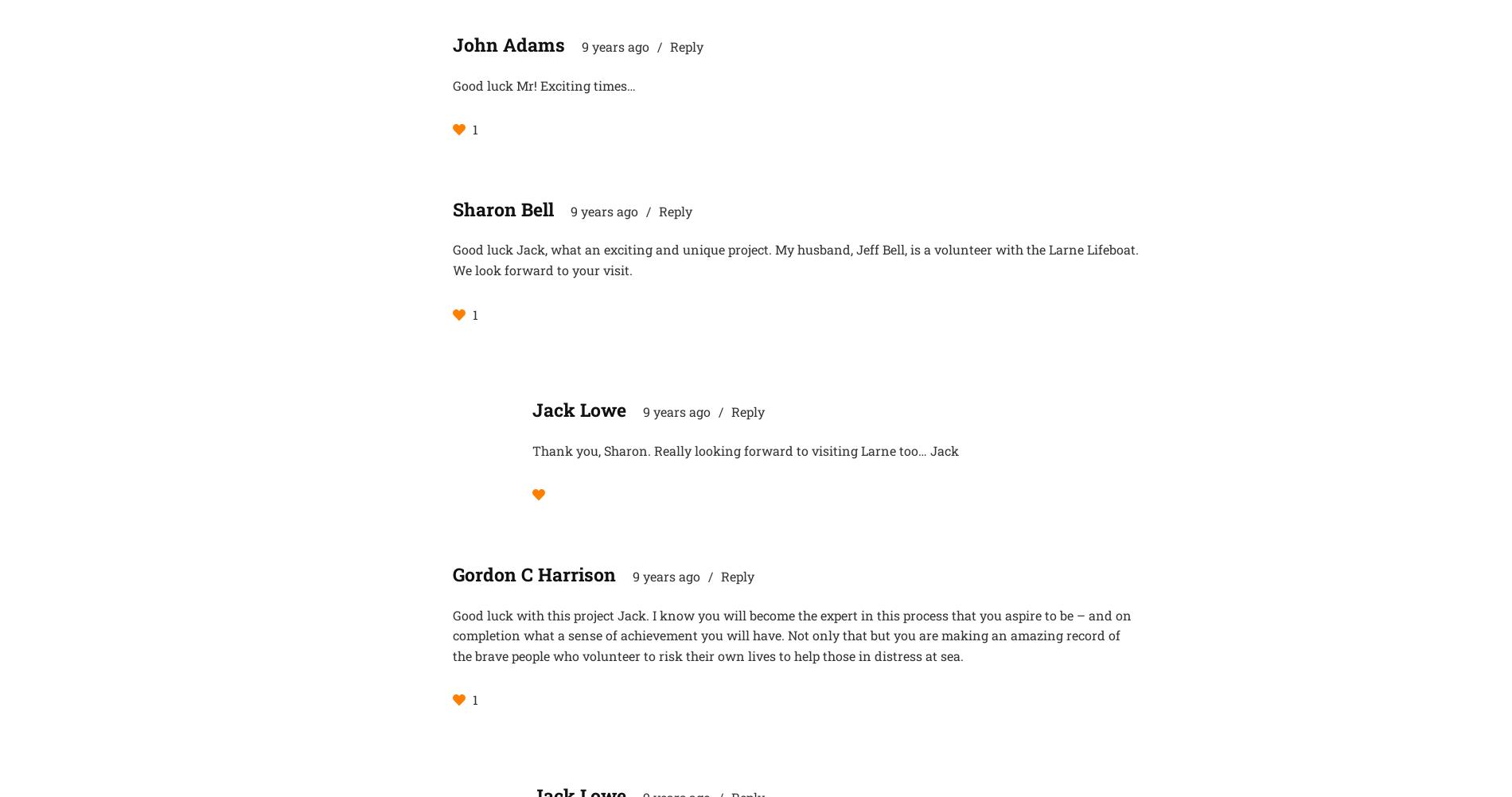  I want to click on 'Good luck Jack, what an exciting and unique project. My husband, Jeff Bell, is a volunteer with the Larne Lifeboat.  We look forward to your visit.', so click(795, 259).